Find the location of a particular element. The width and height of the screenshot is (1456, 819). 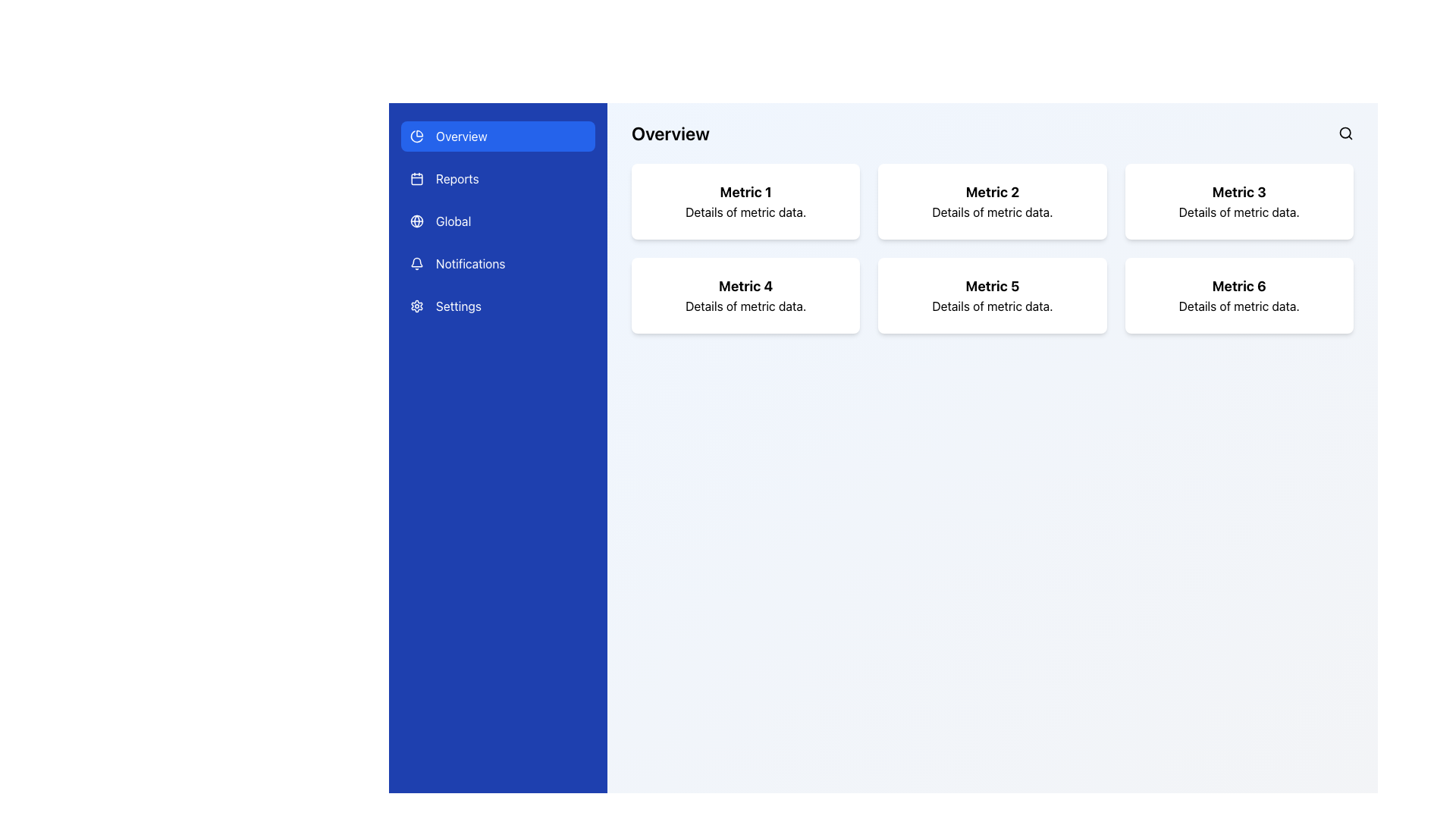

the information displayed on the Informational Card labeled 'Metric 1', which is the first card in a 3-column grid layout, located at the top-left corner of the grid is located at coordinates (745, 201).